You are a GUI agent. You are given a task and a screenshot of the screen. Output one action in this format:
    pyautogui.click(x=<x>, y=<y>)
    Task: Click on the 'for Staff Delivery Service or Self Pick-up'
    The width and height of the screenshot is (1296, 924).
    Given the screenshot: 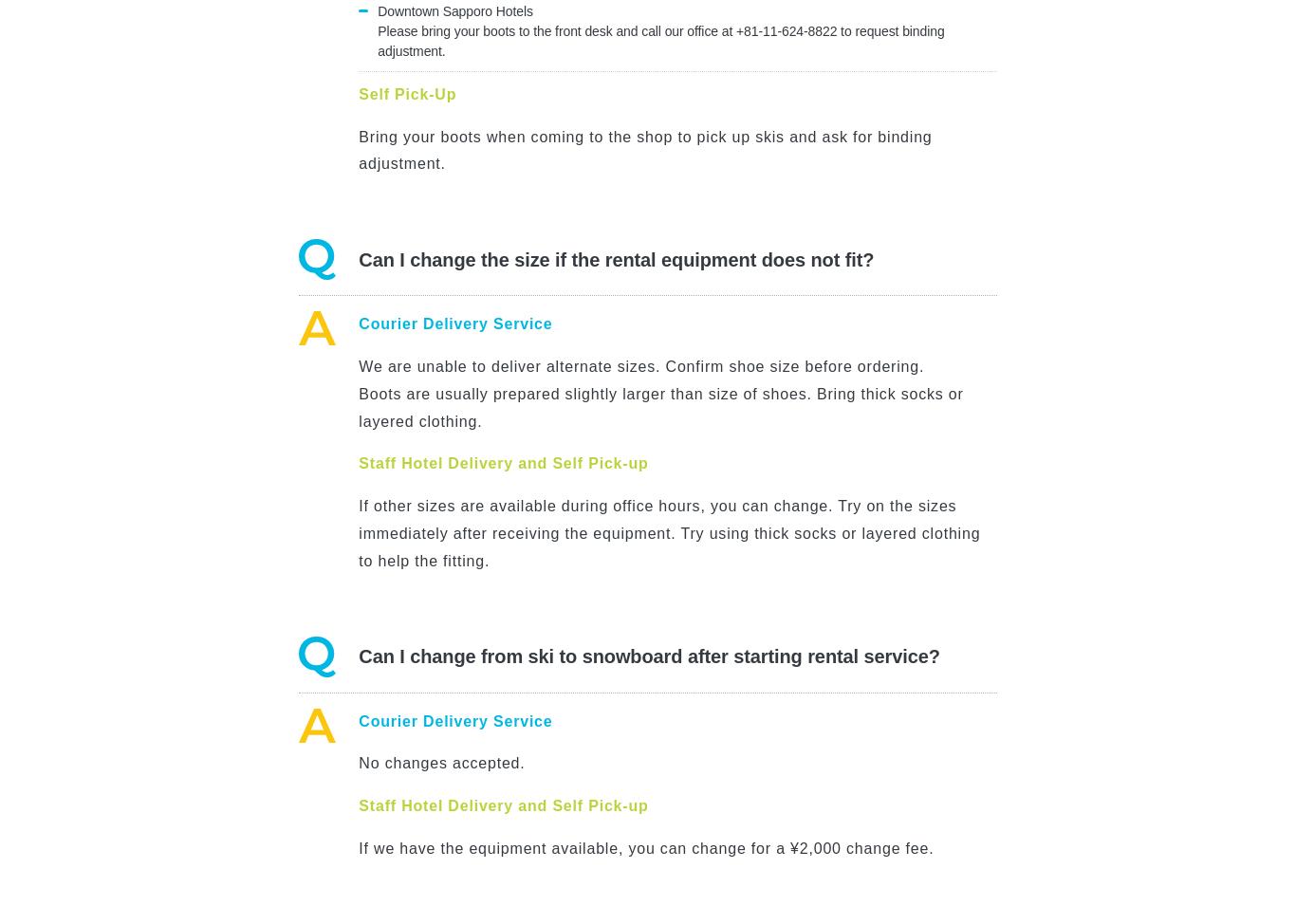 What is the action you would take?
    pyautogui.click(x=873, y=621)
    